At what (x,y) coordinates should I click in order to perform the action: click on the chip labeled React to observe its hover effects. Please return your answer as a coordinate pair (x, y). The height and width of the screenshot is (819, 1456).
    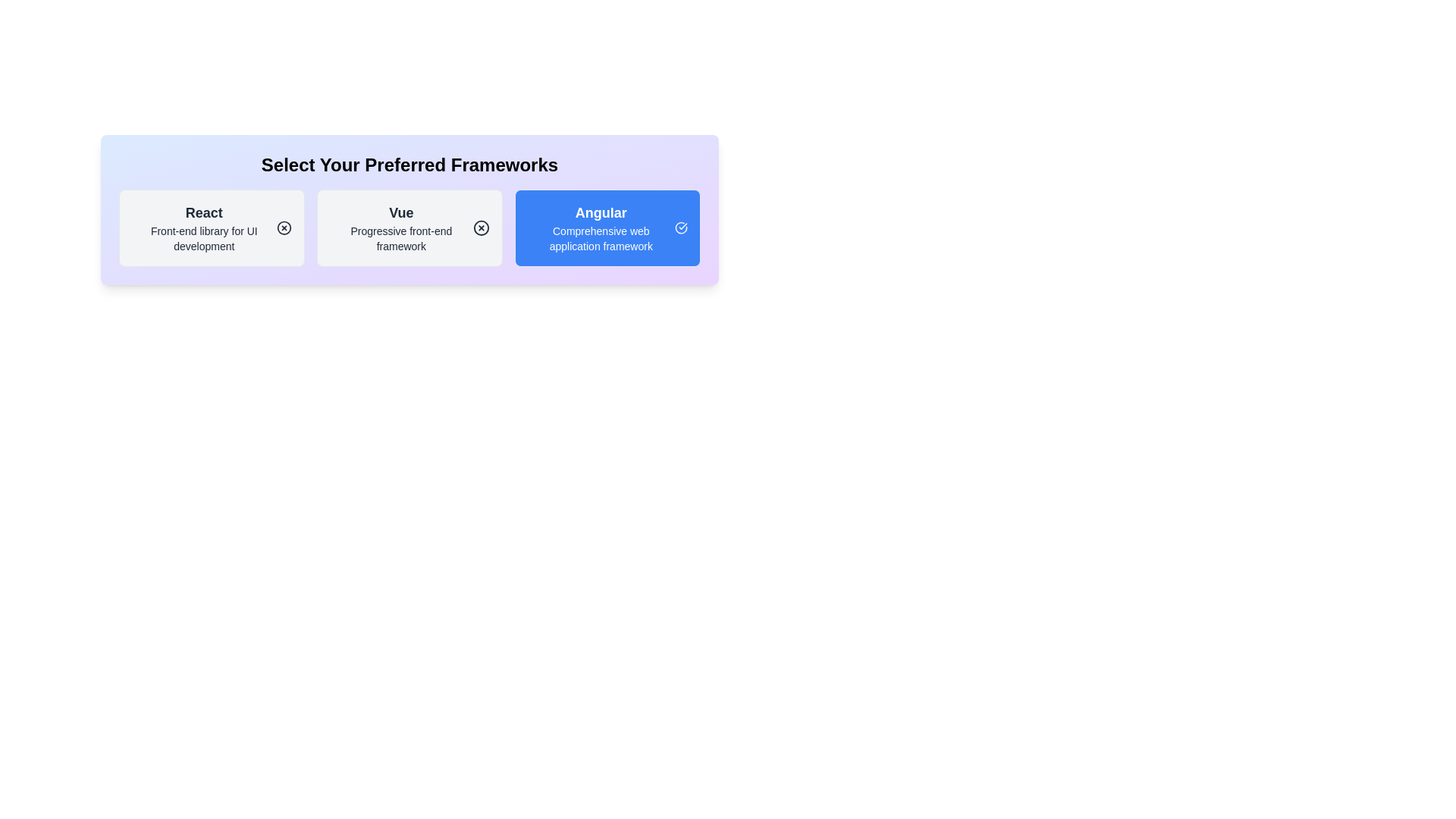
    Looking at the image, I should click on (211, 227).